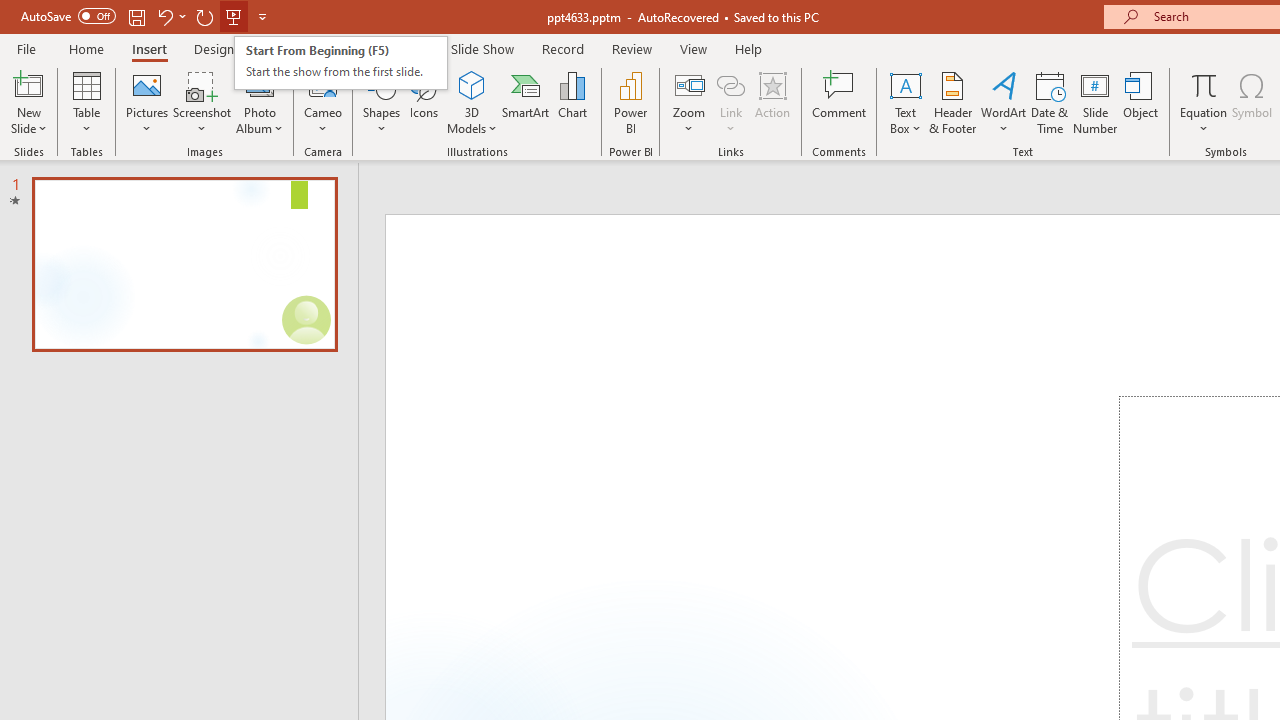  Describe the element at coordinates (1251, 103) in the screenshot. I see `'Symbol...'` at that location.